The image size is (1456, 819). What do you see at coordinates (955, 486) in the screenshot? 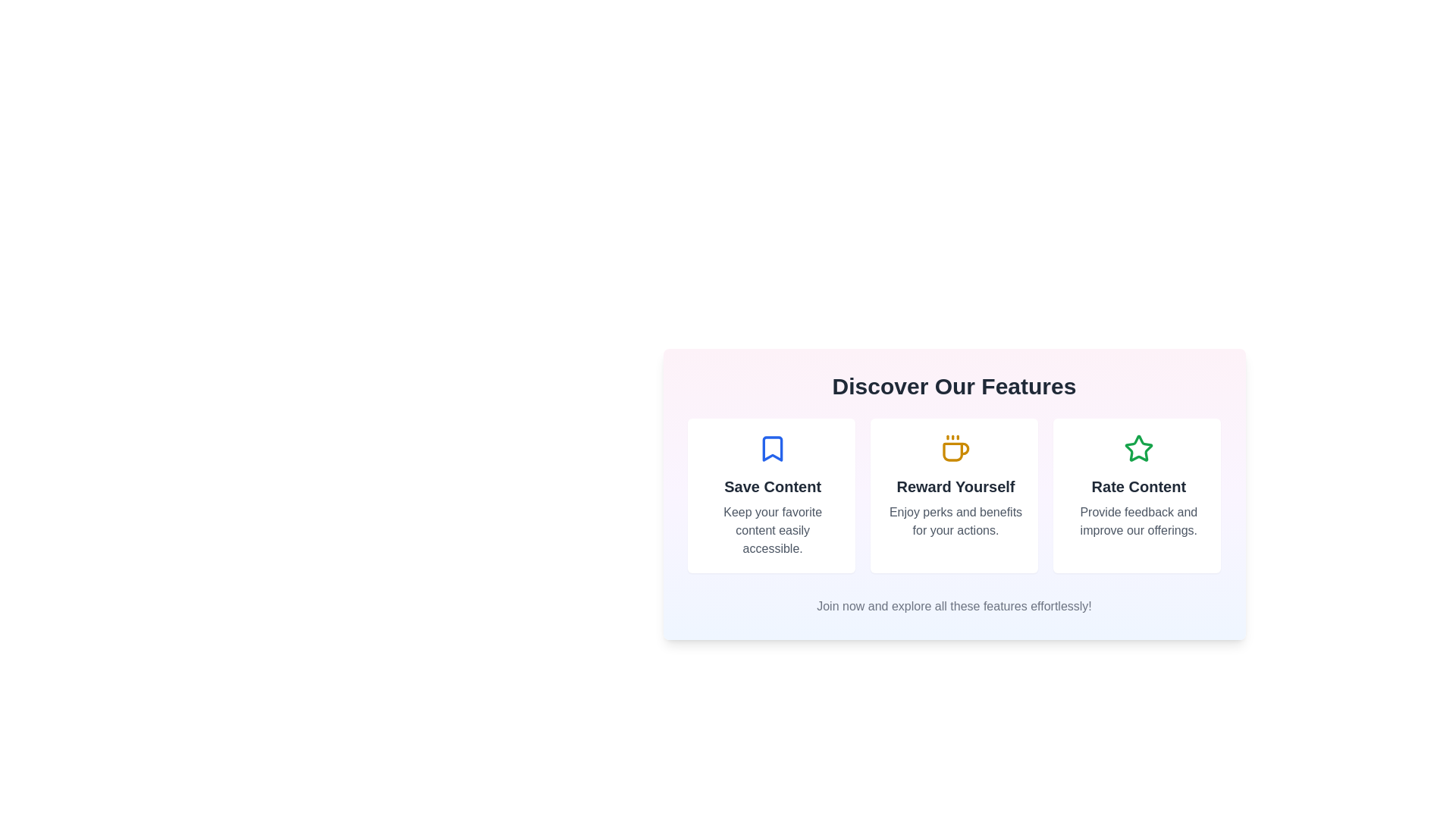
I see `text in the informational card that features a yellow coffee cup icon and the bold text 'Reward Yourself' along with the smaller gray text 'Enjoy perks and benefits for your actions.'` at bounding box center [955, 486].